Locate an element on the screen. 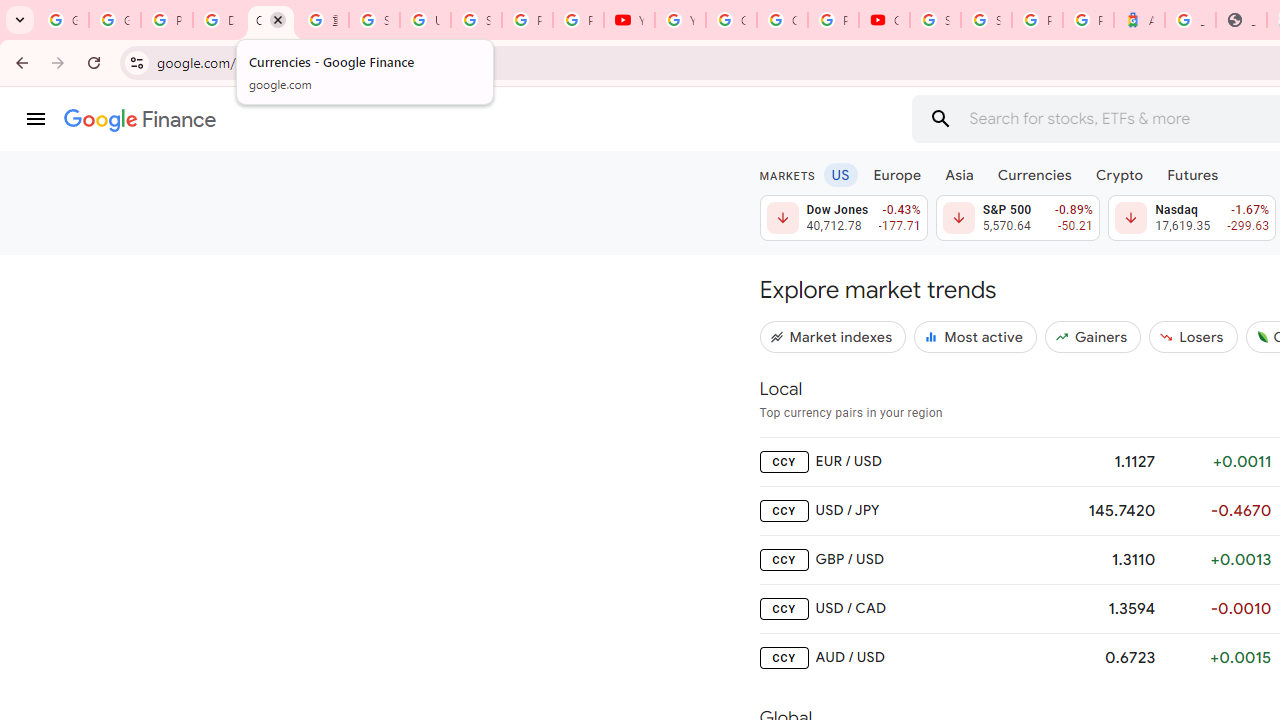  'Dow Jones 40,712.78 Down by 0.43% -177.71' is located at coordinates (843, 218).